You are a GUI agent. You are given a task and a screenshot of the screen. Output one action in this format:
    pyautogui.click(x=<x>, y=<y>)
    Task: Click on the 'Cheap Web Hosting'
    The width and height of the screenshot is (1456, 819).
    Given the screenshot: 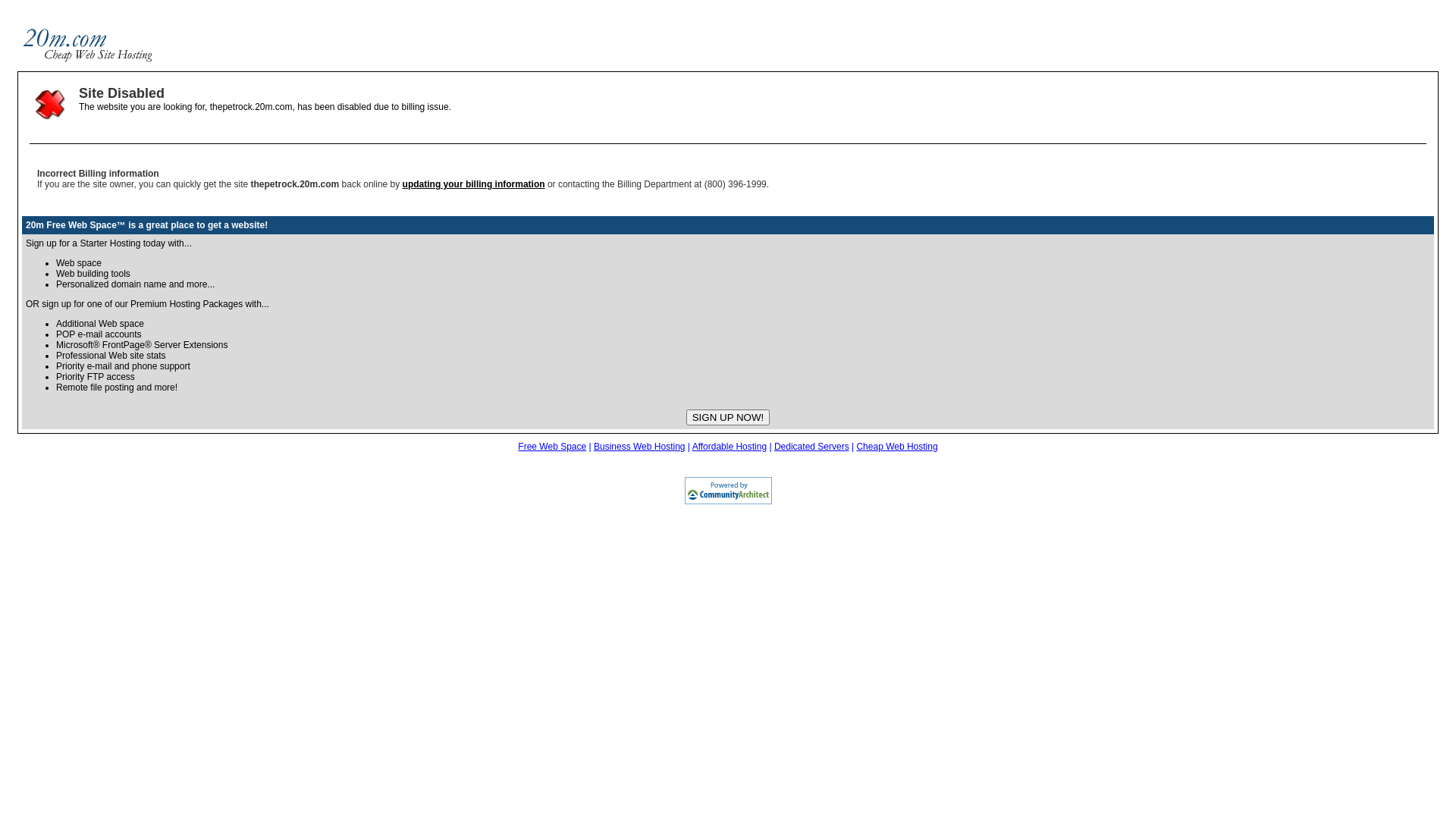 What is the action you would take?
    pyautogui.click(x=896, y=446)
    